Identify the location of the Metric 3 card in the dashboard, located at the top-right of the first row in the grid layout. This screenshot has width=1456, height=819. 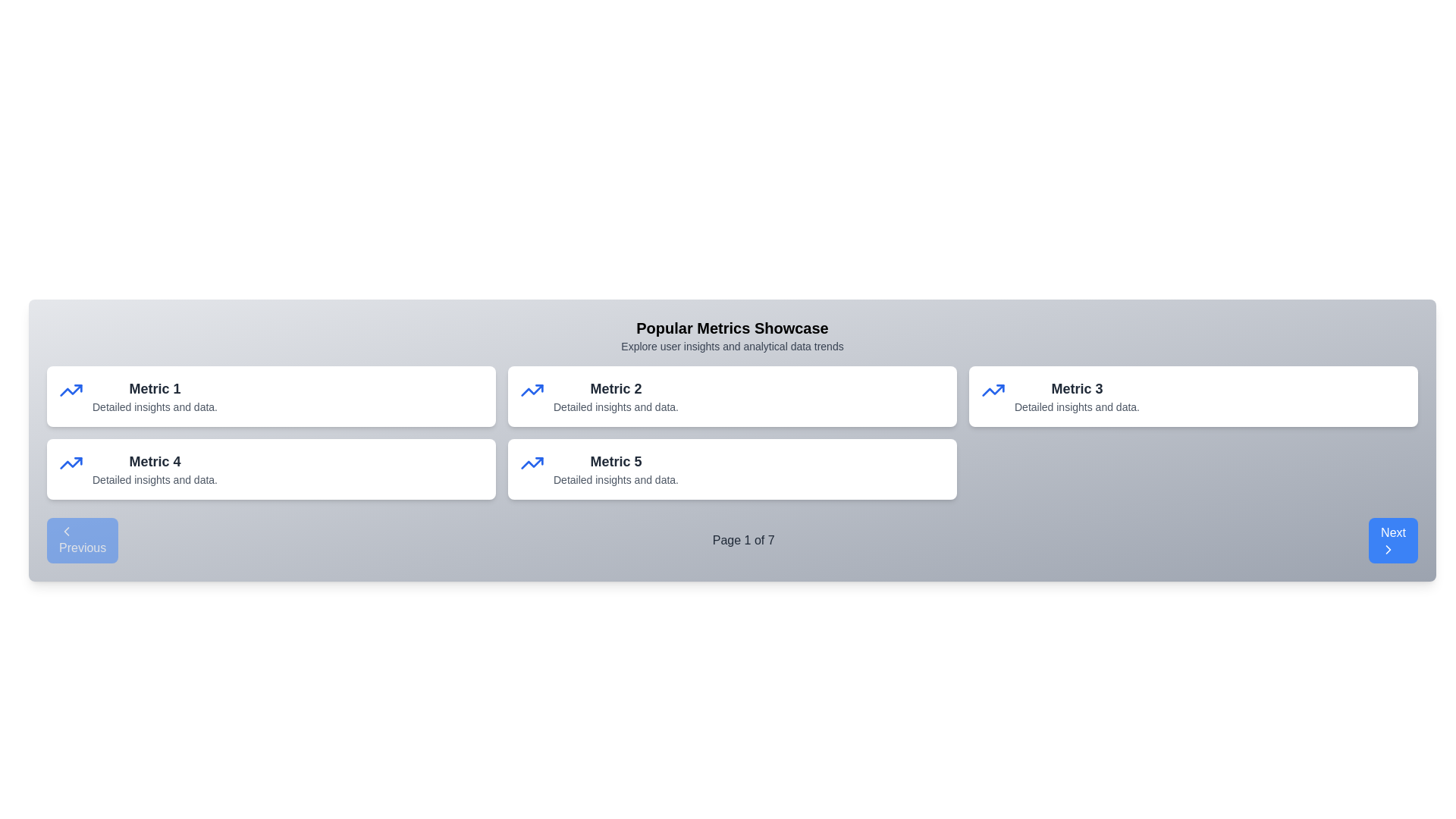
(1193, 396).